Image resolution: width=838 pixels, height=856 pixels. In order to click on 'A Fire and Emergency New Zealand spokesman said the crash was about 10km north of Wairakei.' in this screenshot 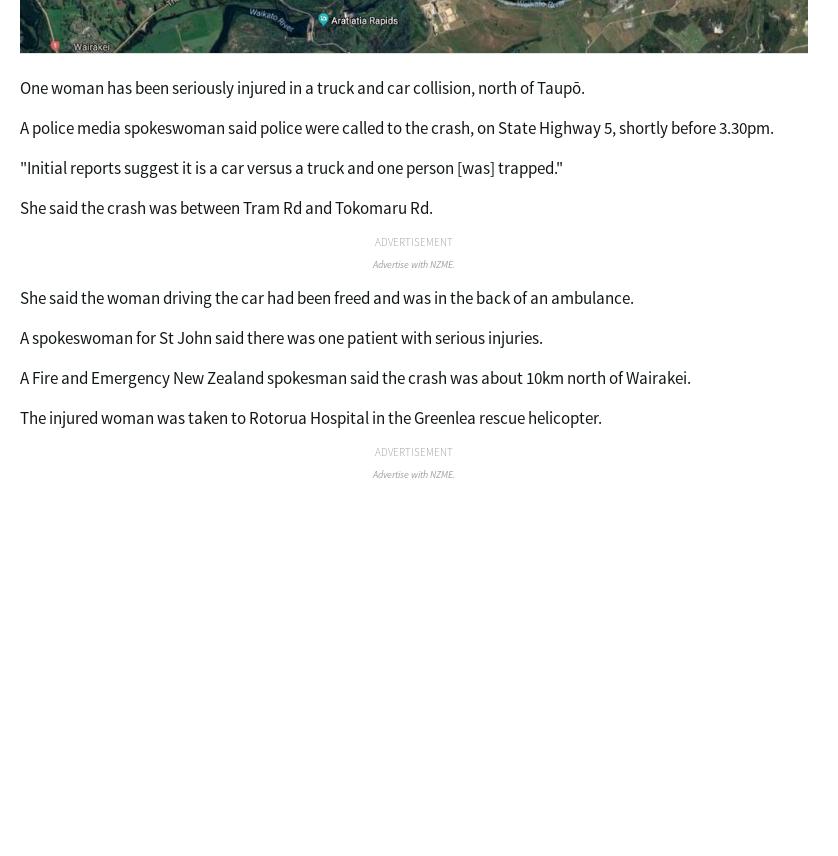, I will do `click(354, 378)`.